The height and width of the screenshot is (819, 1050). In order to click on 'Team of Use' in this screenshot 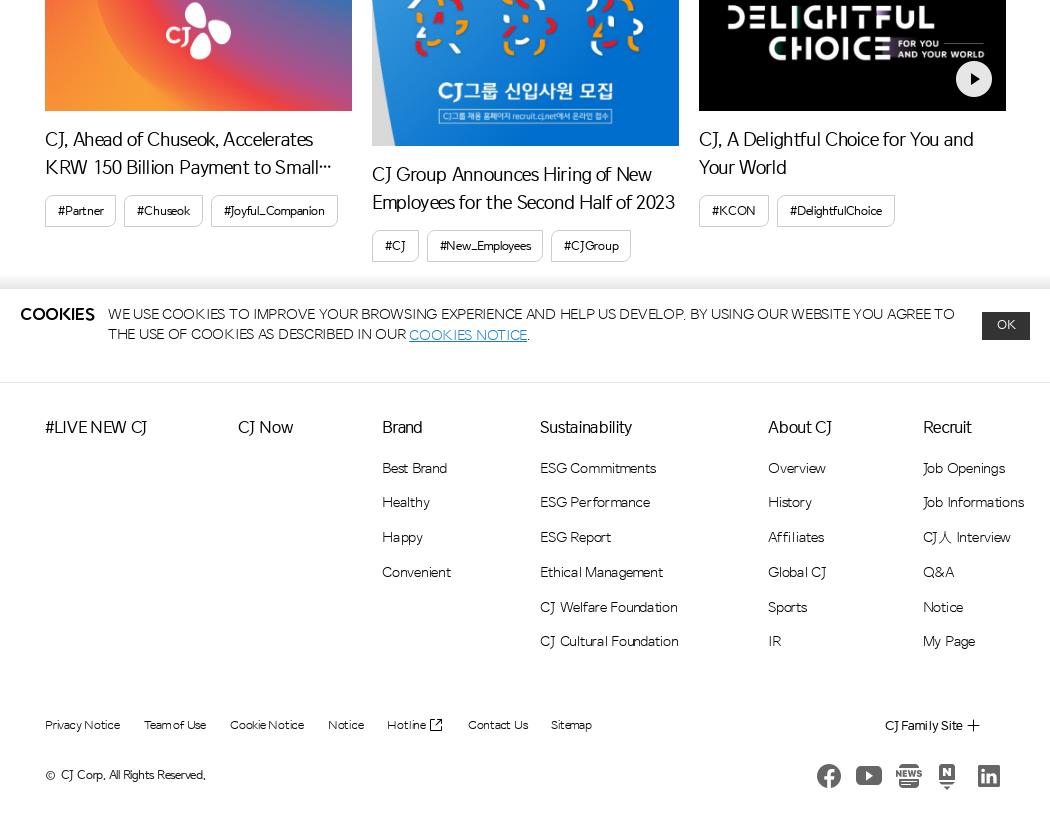, I will do `click(142, 723)`.